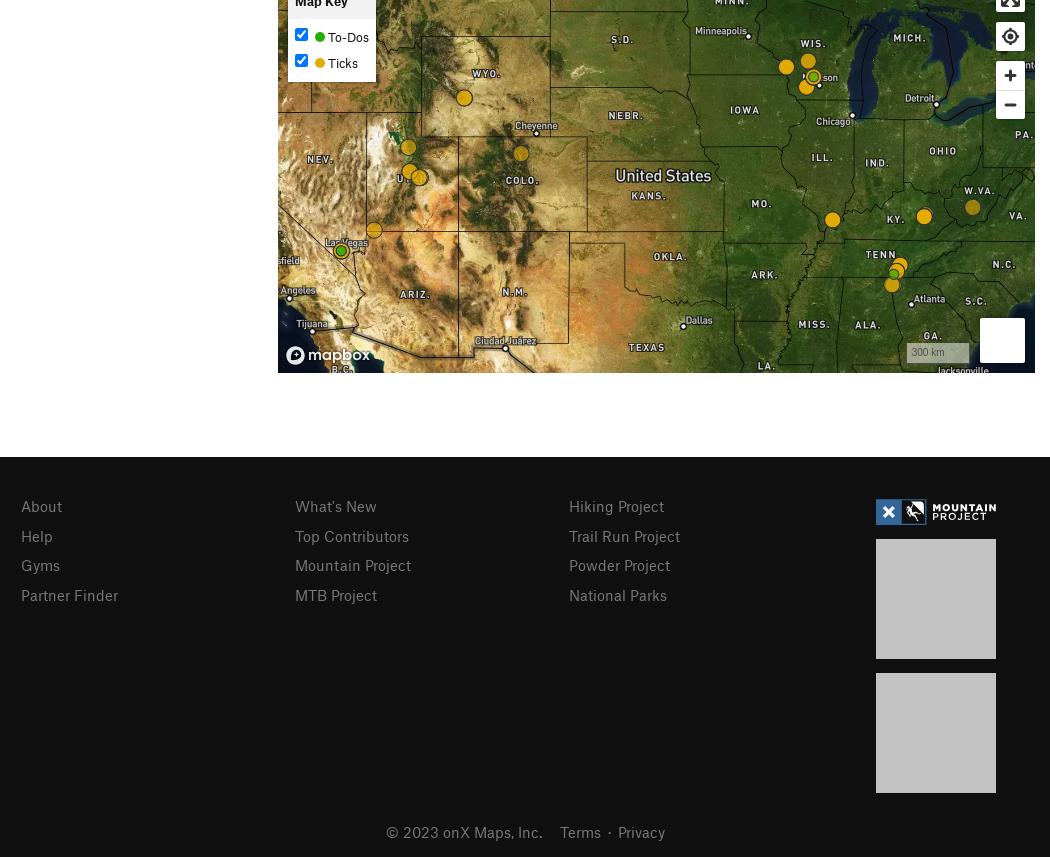 This screenshot has height=857, width=1050. Describe the element at coordinates (339, 61) in the screenshot. I see `'Ticks'` at that location.